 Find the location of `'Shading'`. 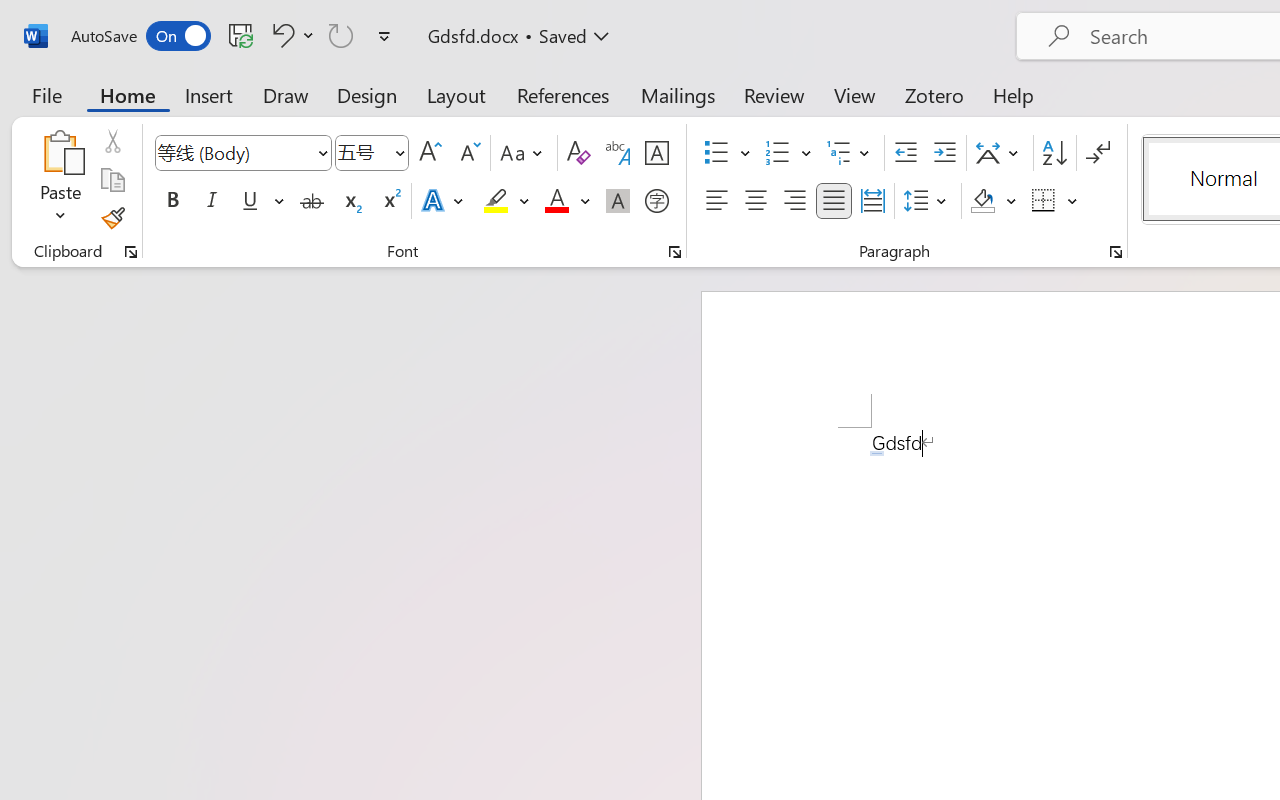

'Shading' is located at coordinates (993, 201).